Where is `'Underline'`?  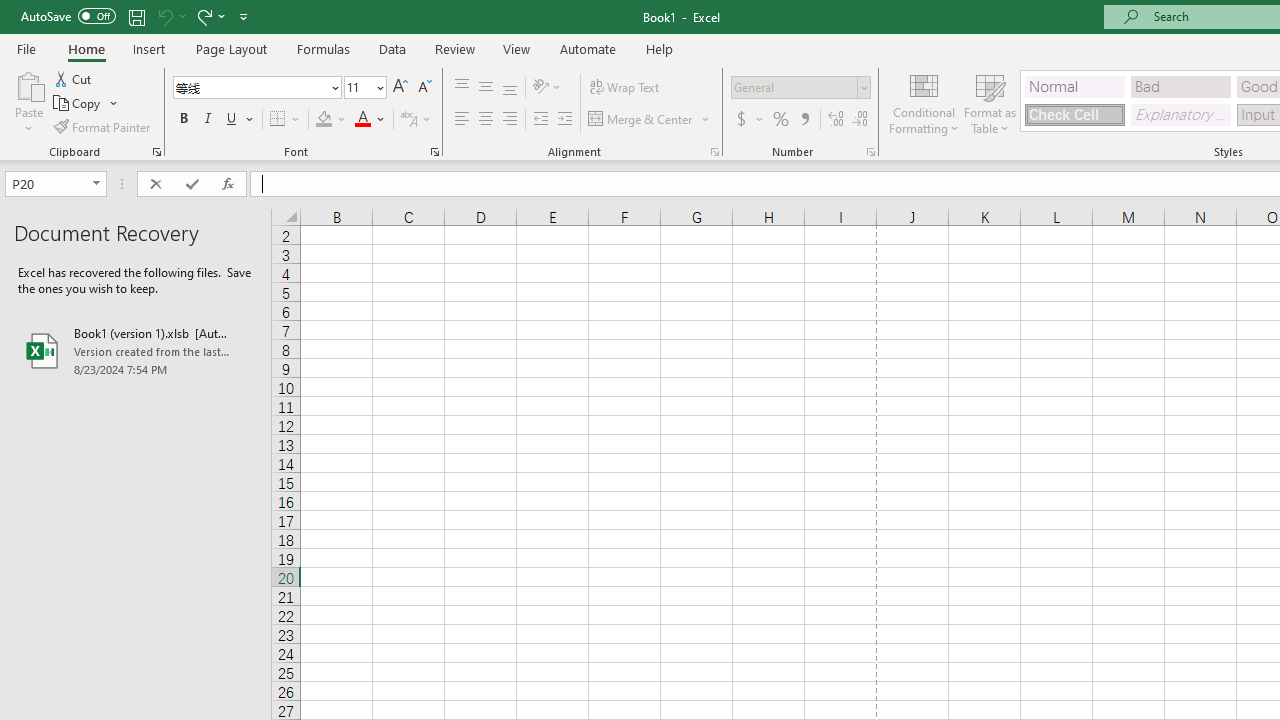 'Underline' is located at coordinates (240, 119).